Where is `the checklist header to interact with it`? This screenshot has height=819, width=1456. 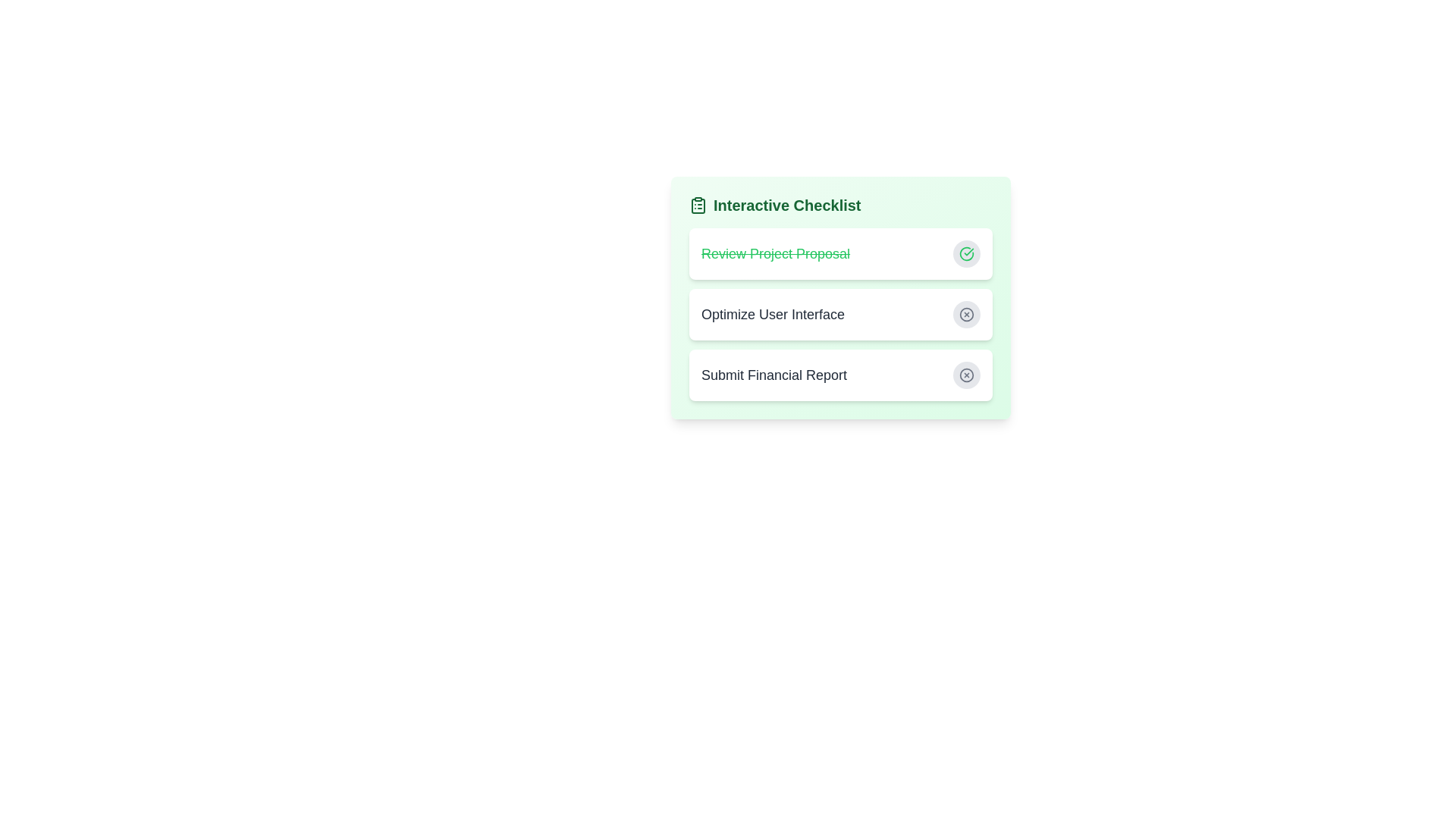 the checklist header to interact with it is located at coordinates (839, 205).